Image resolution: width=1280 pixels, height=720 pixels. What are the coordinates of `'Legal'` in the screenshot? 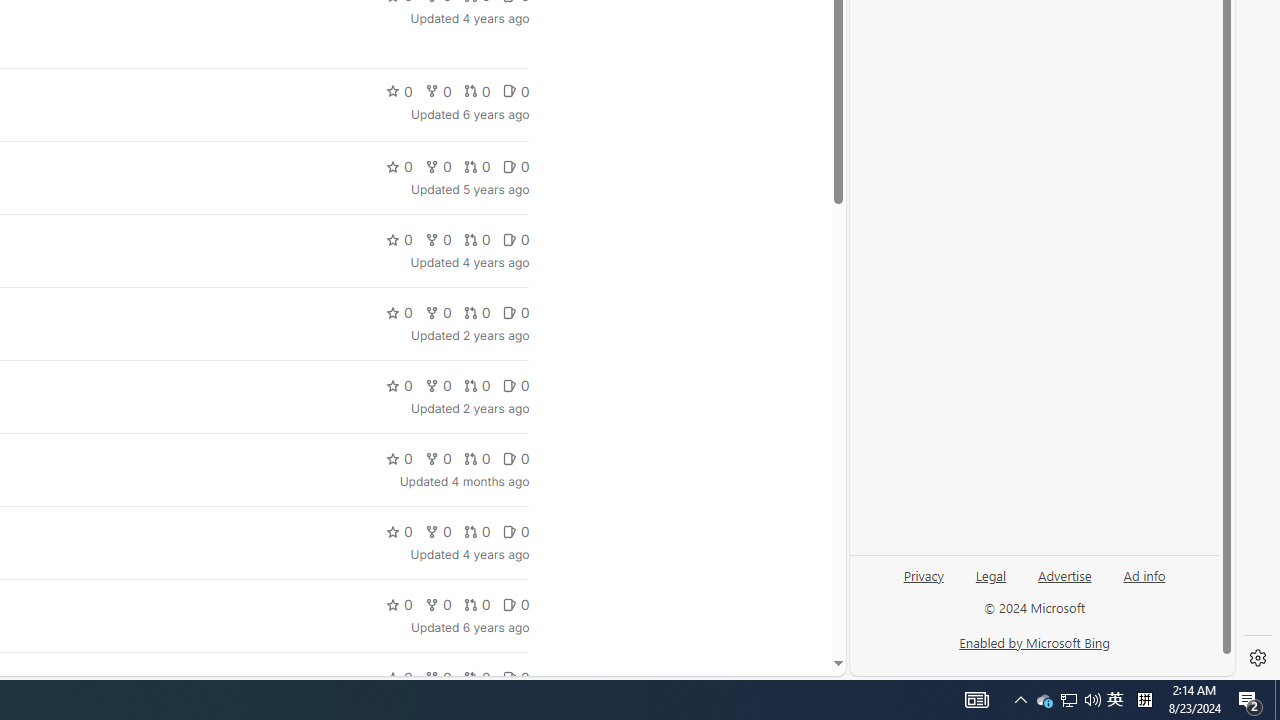 It's located at (990, 583).